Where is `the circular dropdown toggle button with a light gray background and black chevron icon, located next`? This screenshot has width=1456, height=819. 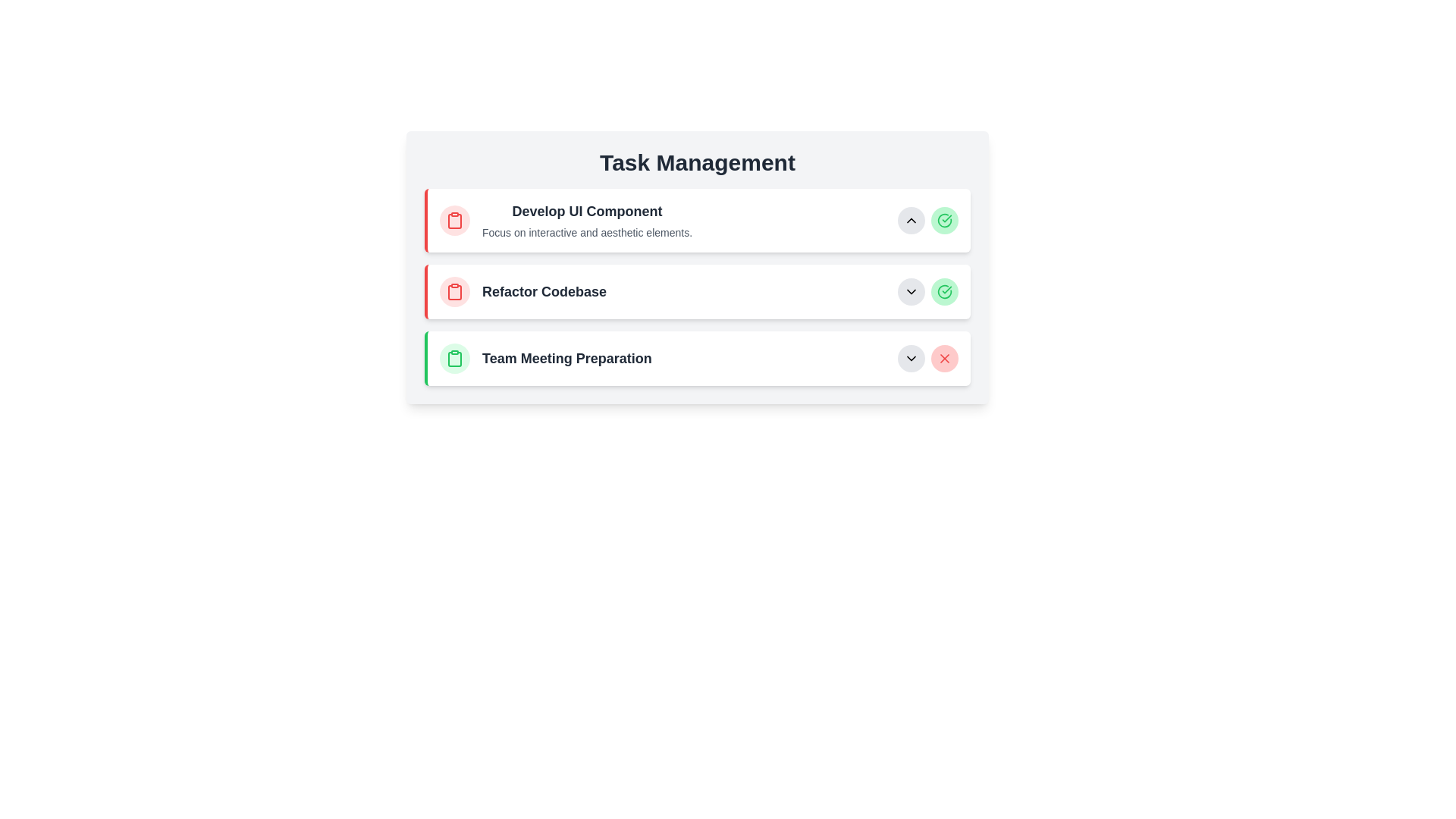 the circular dropdown toggle button with a light gray background and black chevron icon, located next is located at coordinates (910, 359).